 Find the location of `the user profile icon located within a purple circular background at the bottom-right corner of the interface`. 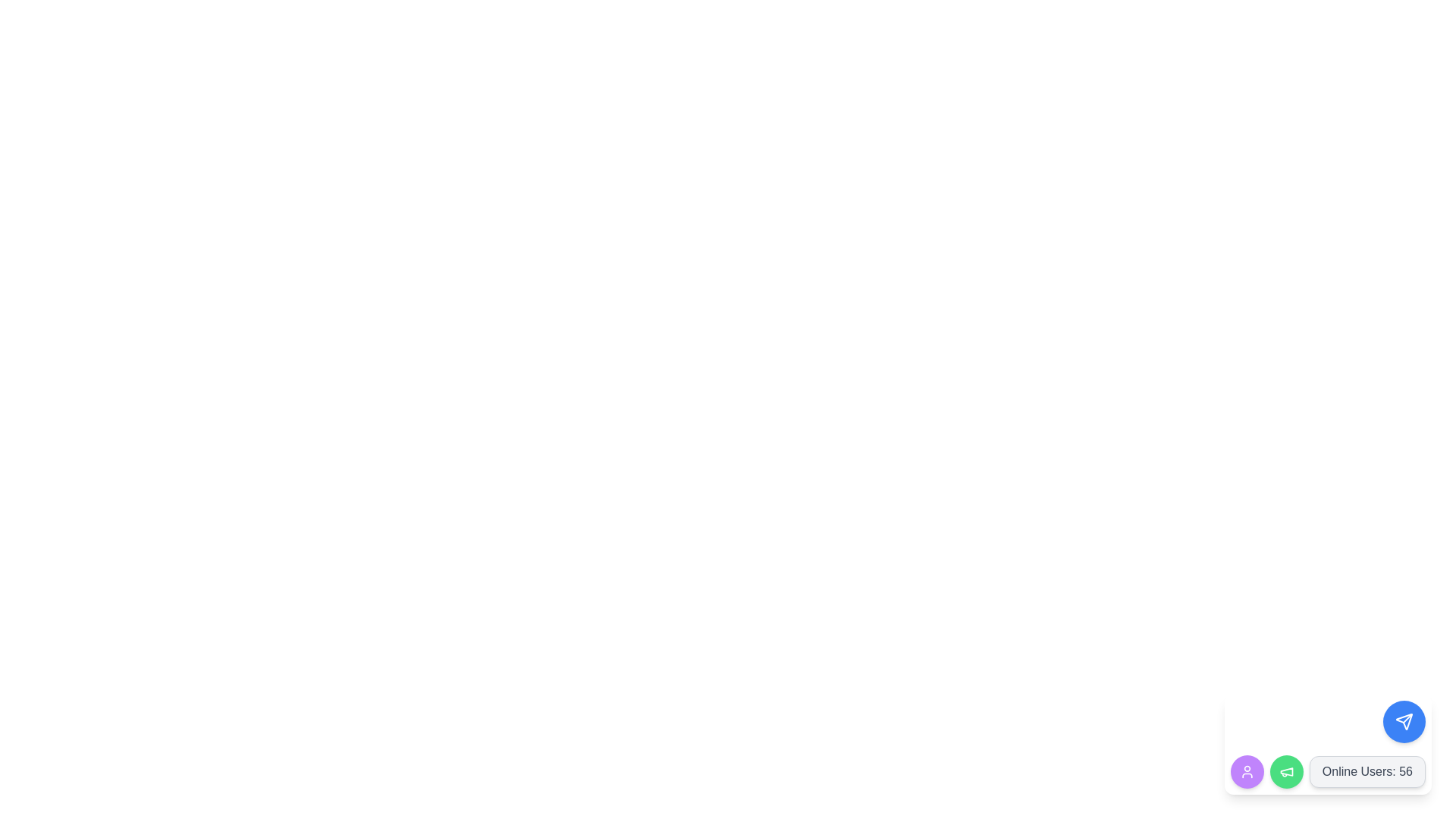

the user profile icon located within a purple circular background at the bottom-right corner of the interface is located at coordinates (1247, 772).